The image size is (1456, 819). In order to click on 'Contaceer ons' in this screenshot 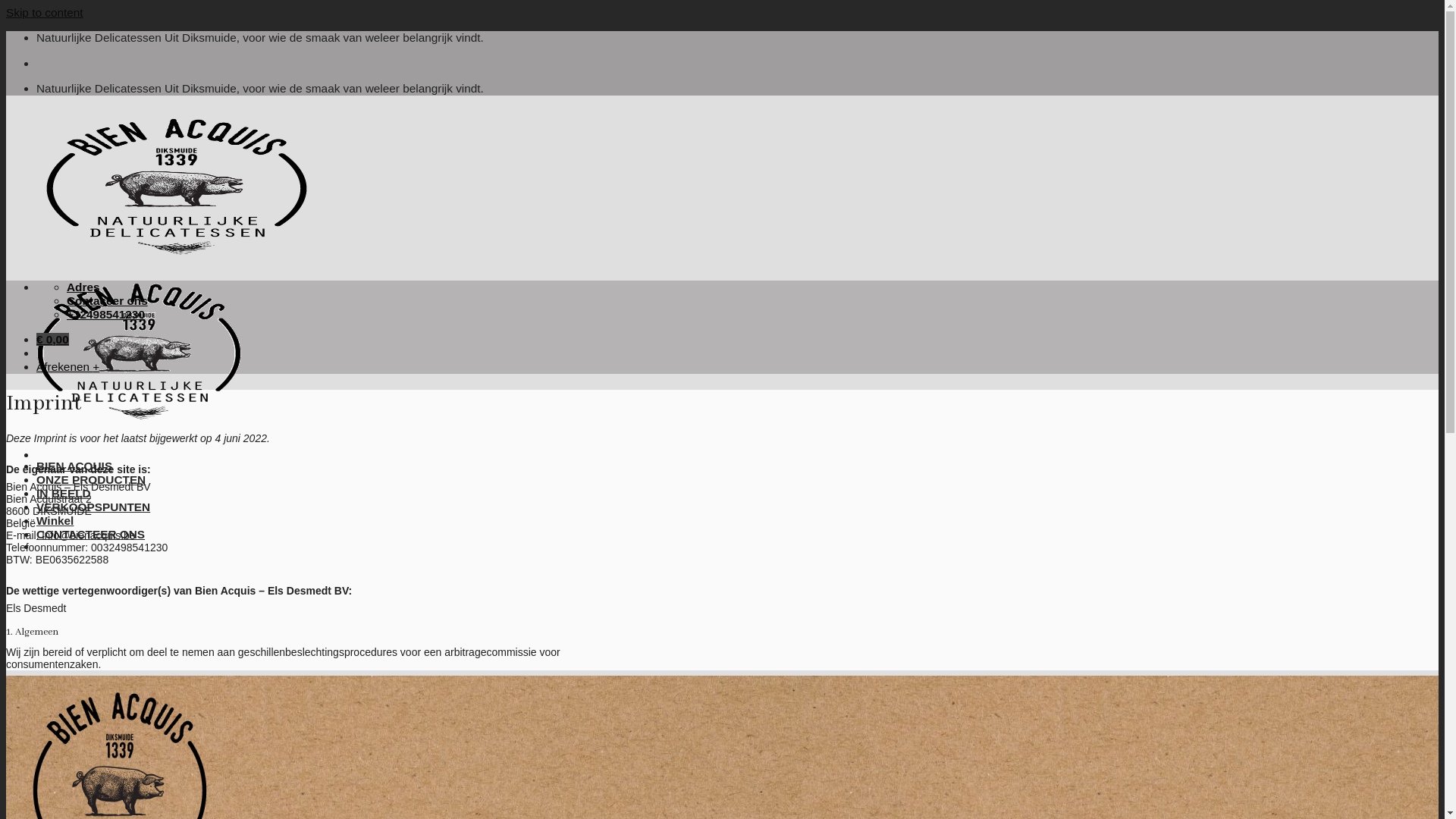, I will do `click(106, 300)`.